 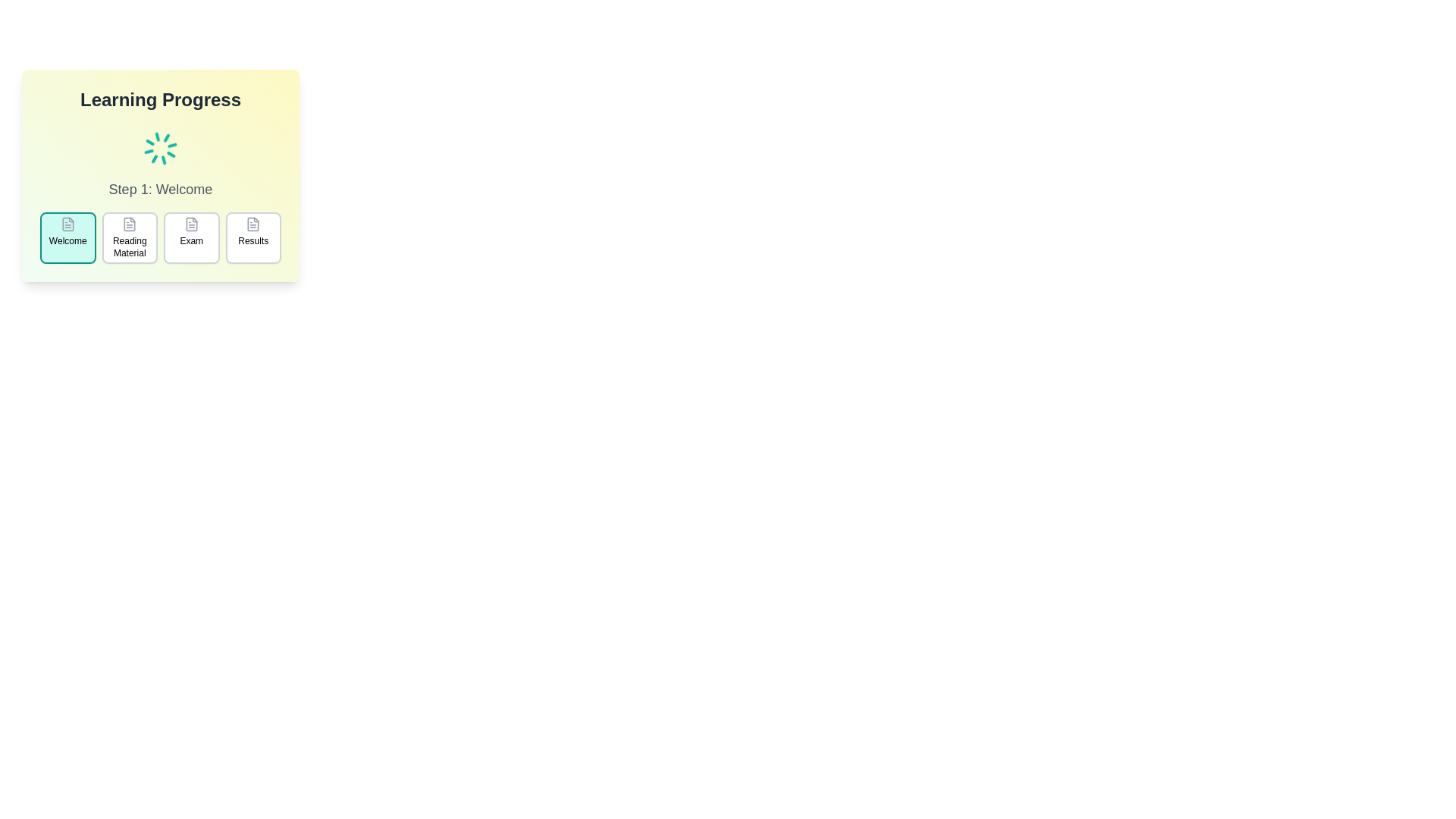 I want to click on the document icon located to the left of the 'Welcome' label, which visually represents an attachment or text-related content, so click(x=67, y=224).